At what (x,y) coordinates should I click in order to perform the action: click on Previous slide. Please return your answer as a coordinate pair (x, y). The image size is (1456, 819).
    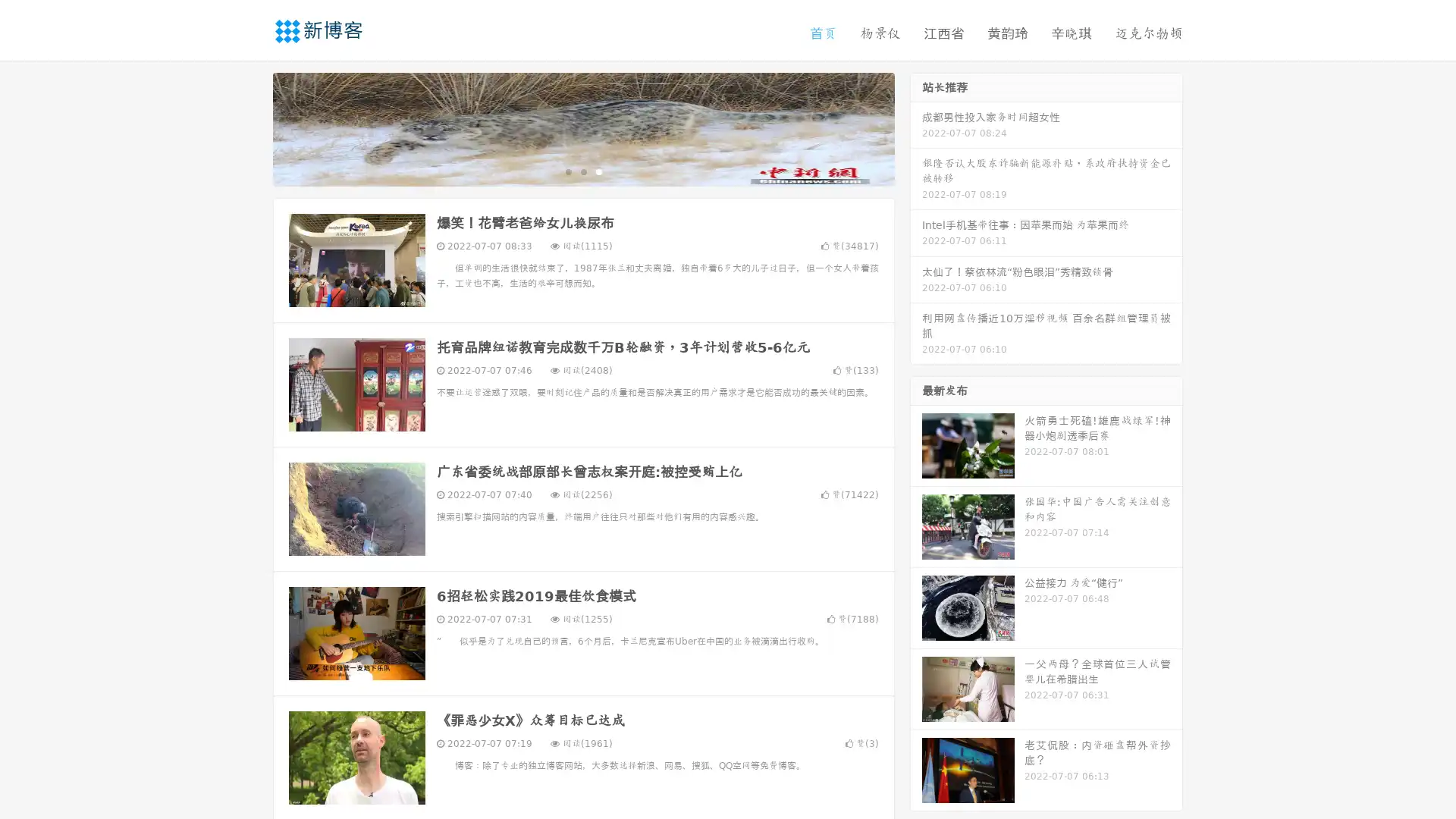
    Looking at the image, I should click on (250, 127).